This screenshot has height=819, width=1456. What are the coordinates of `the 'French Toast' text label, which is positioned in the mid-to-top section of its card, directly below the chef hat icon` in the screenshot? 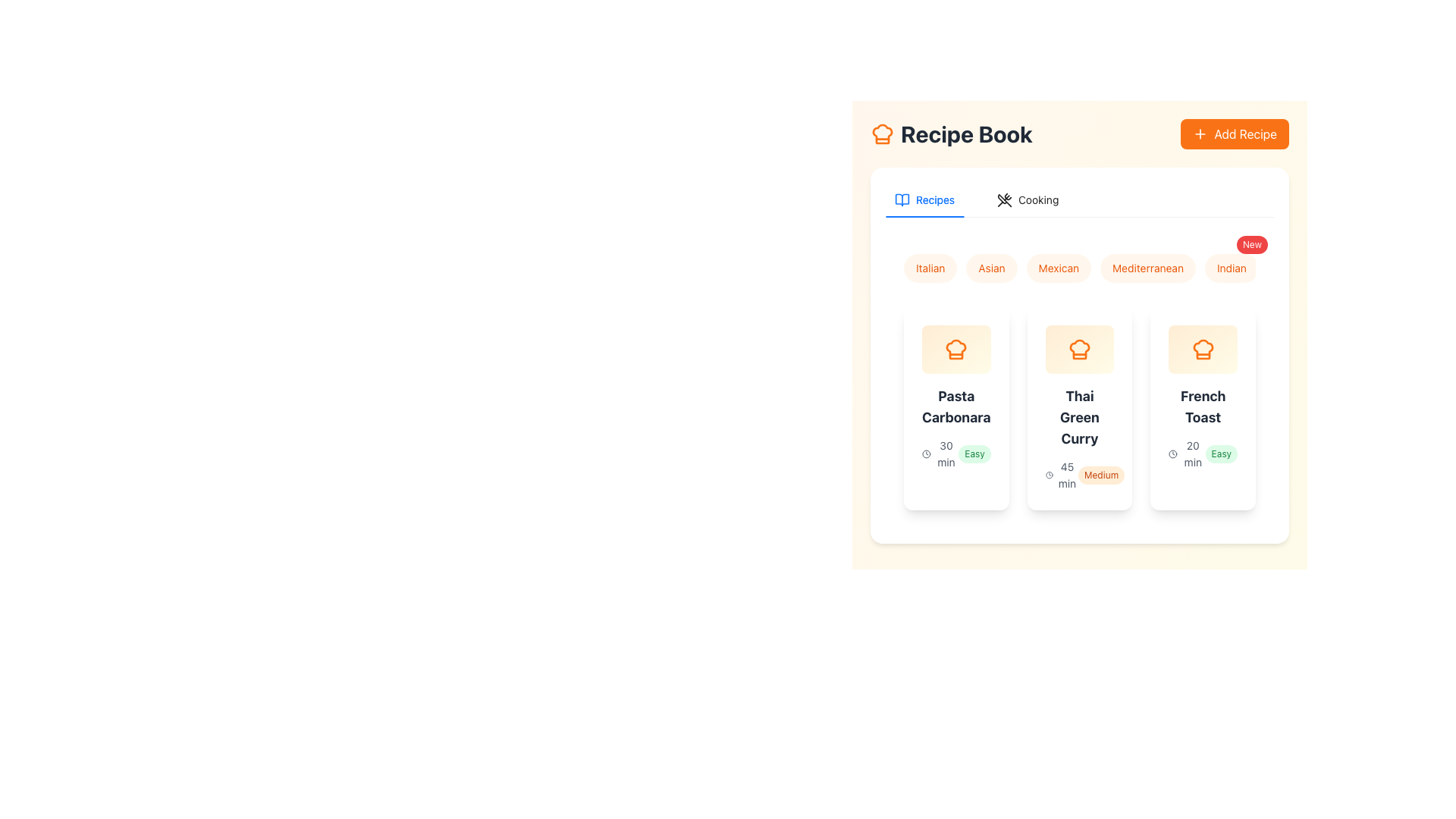 It's located at (1202, 406).